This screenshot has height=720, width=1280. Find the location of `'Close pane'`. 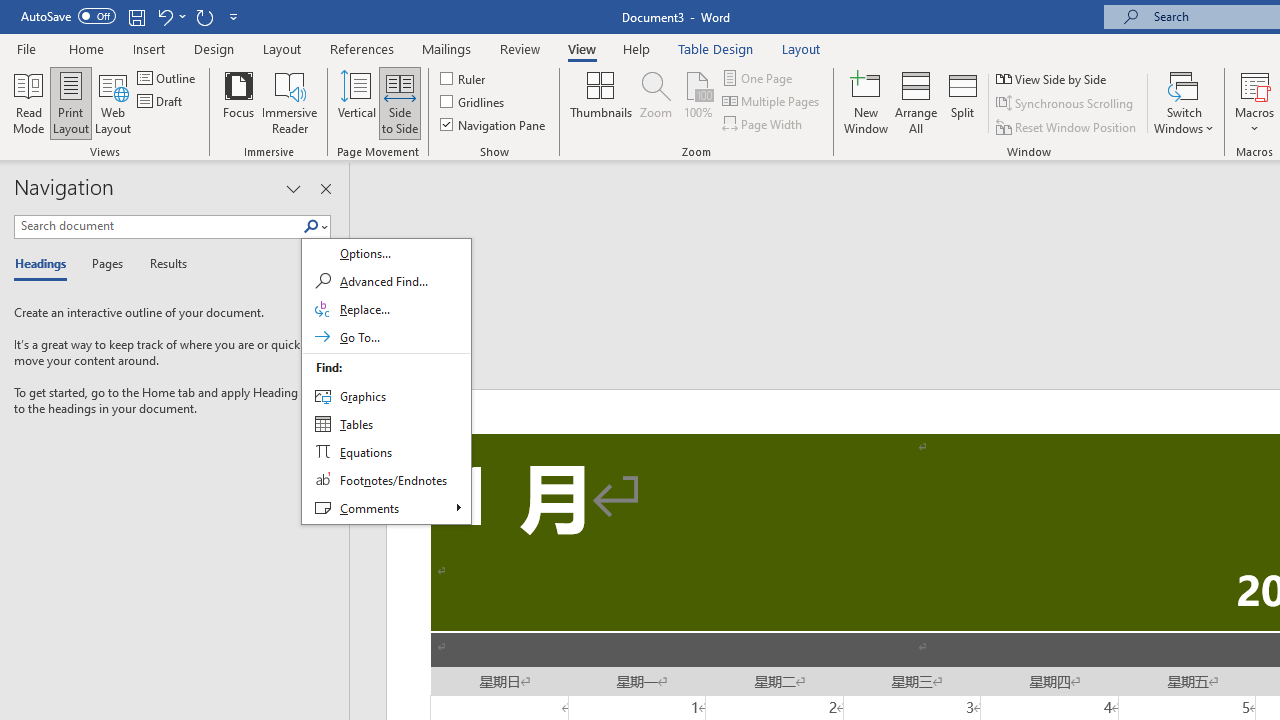

'Close pane' is located at coordinates (325, 189).